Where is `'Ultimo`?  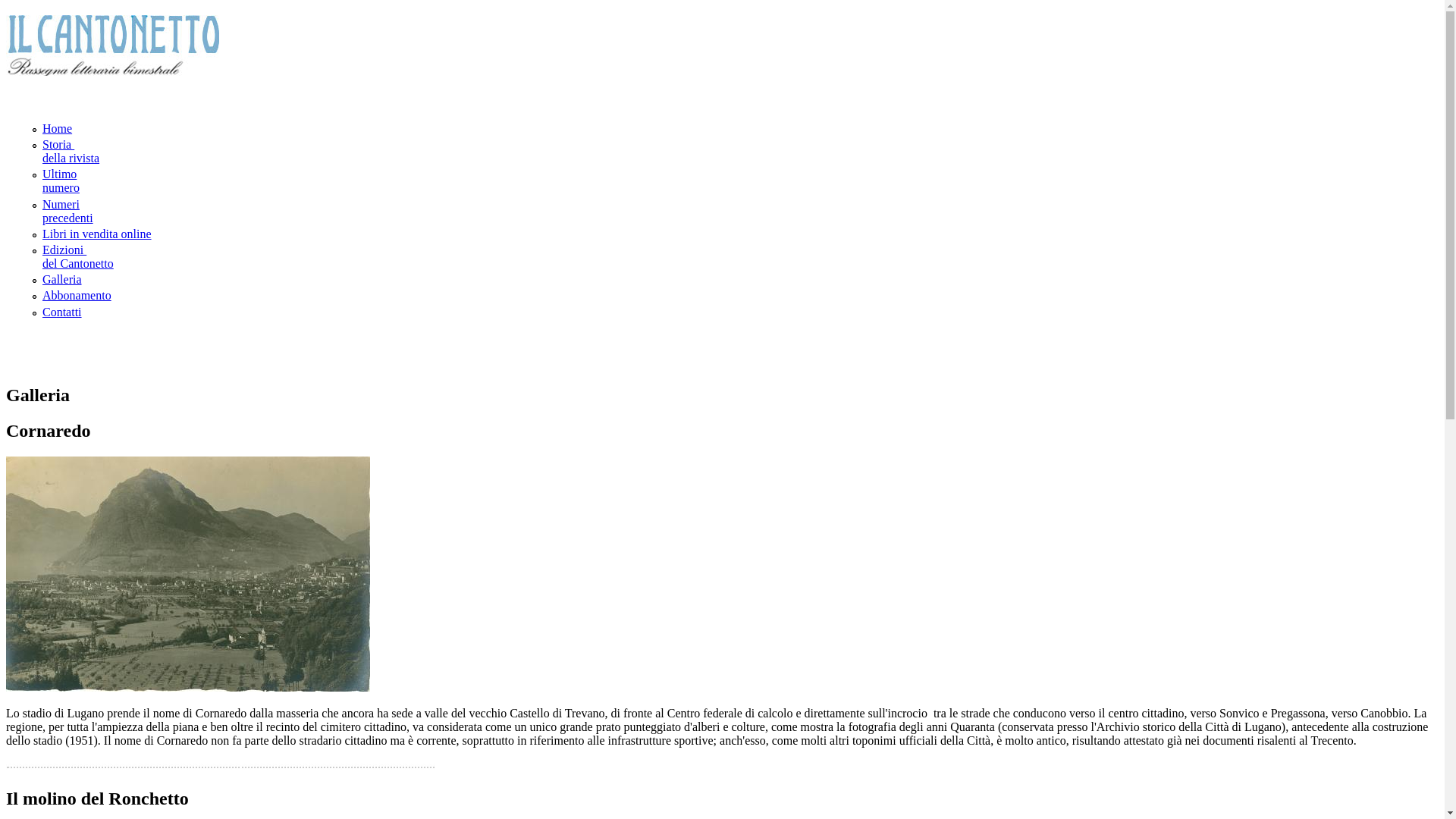 'Ultimo is located at coordinates (61, 180).